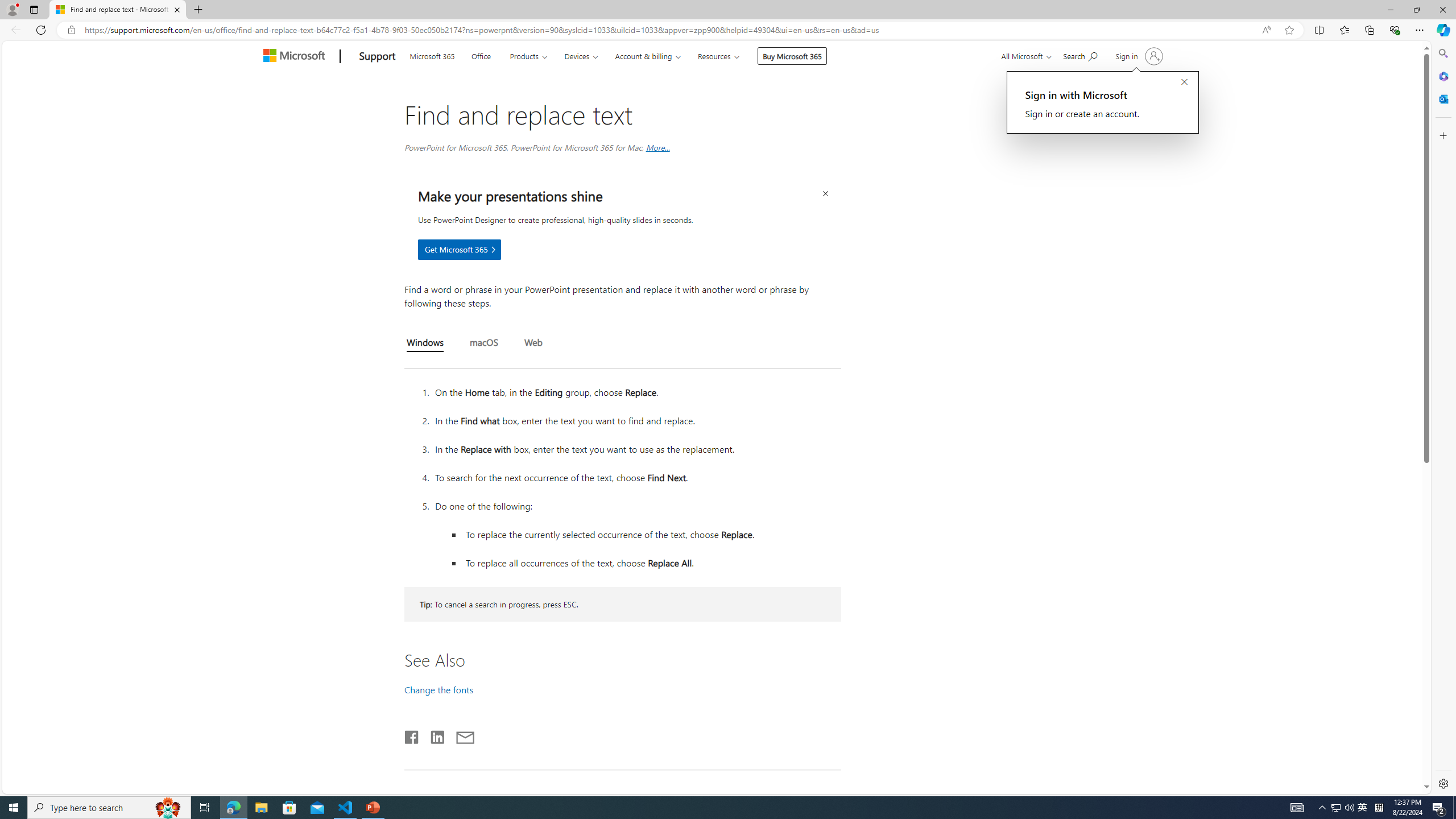  I want to click on 'Email', so click(464, 735).